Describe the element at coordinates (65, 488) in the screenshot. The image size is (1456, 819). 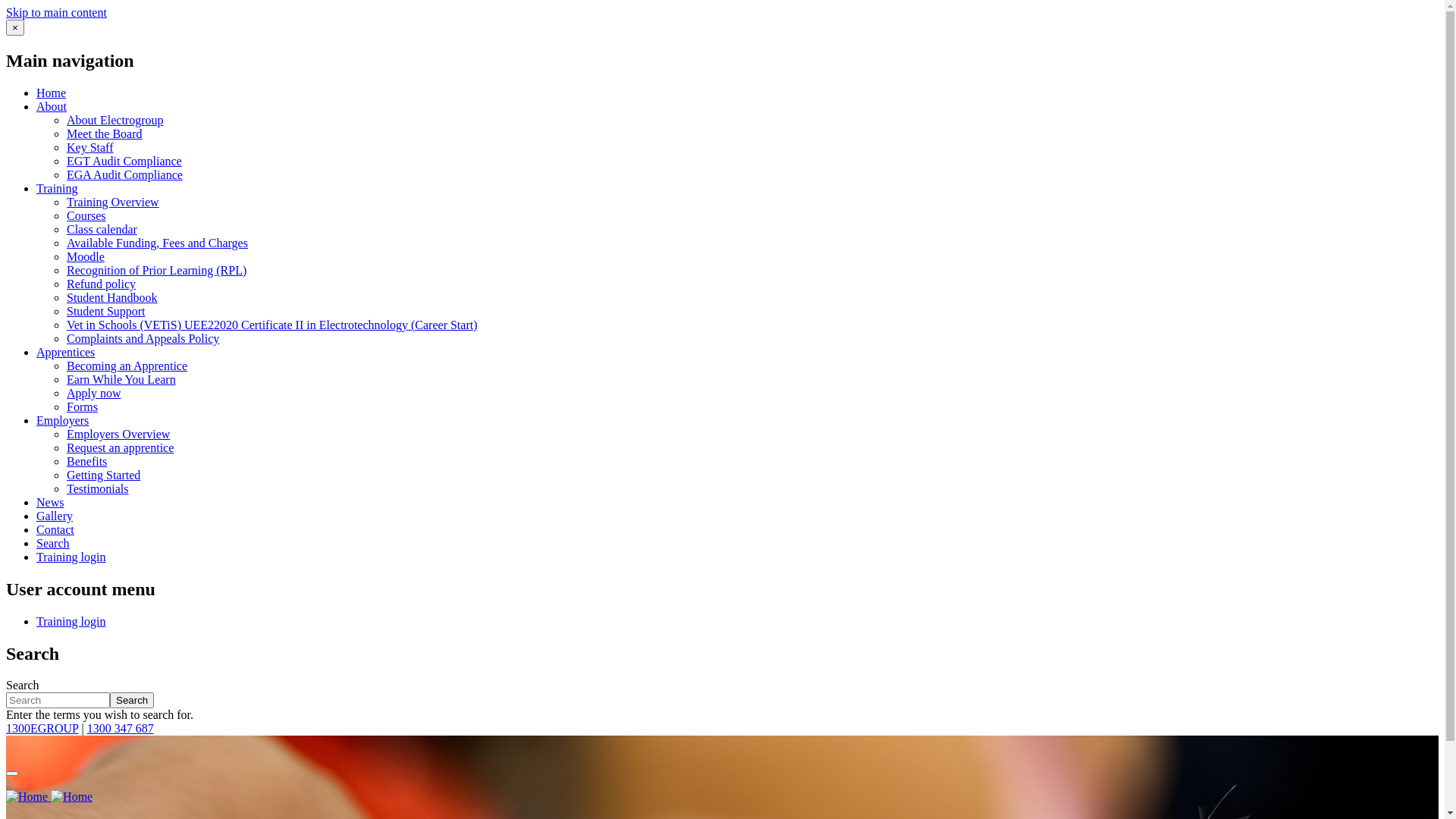
I see `'Testimonials'` at that location.